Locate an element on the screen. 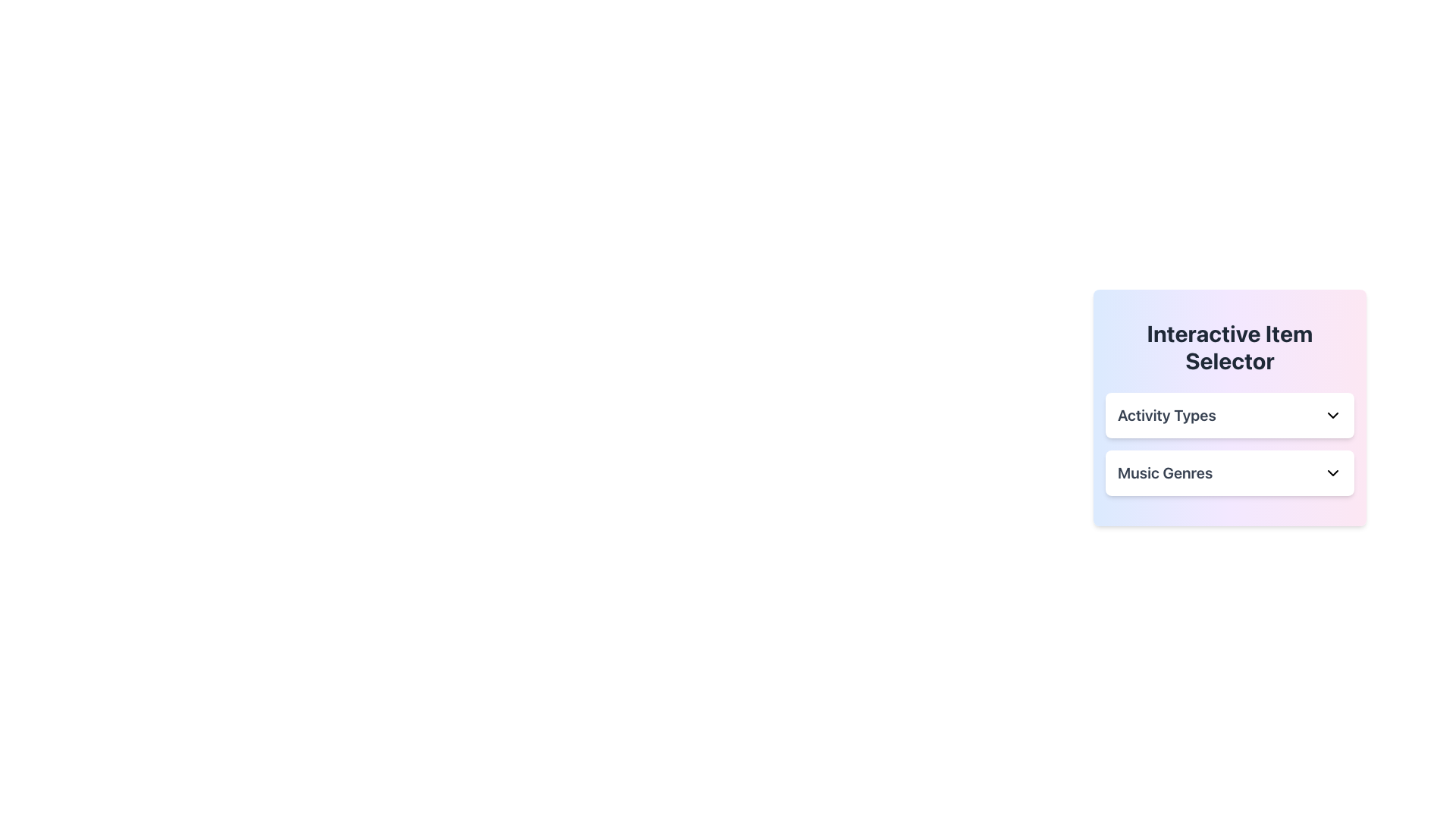  the dropdown icon is located at coordinates (1332, 415).